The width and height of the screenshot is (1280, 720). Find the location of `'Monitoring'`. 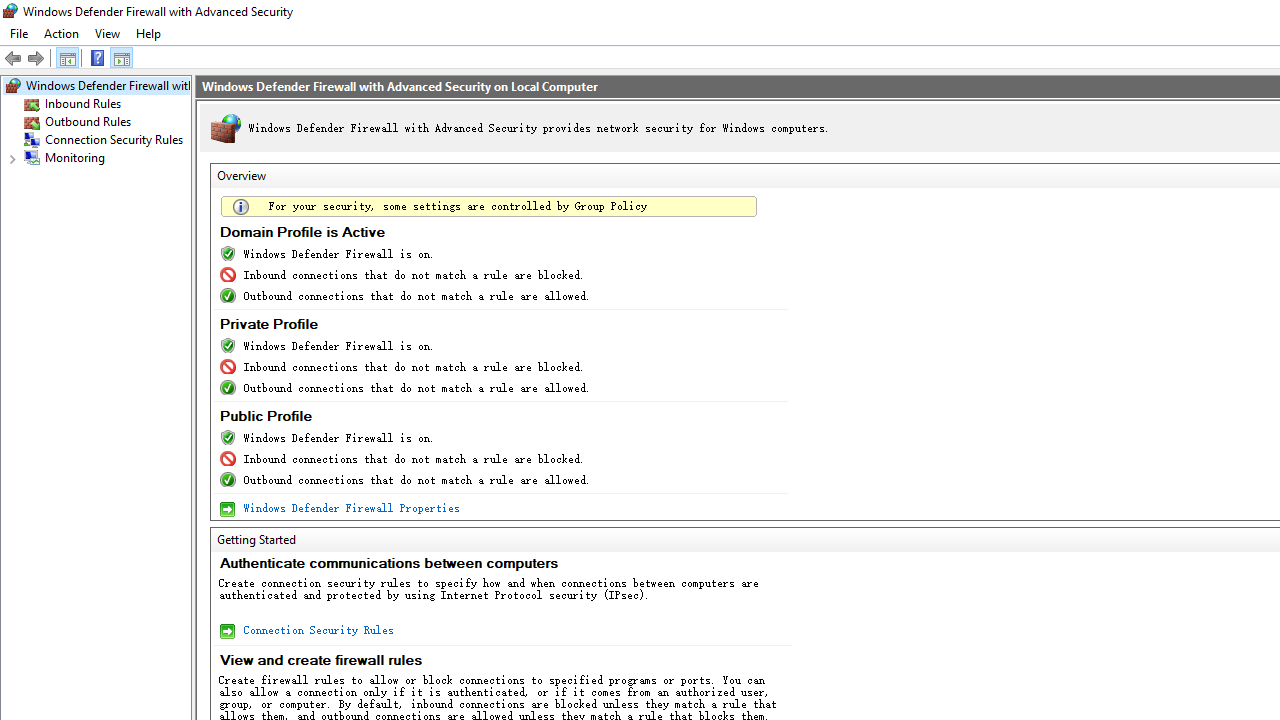

'Monitoring' is located at coordinates (75, 157).